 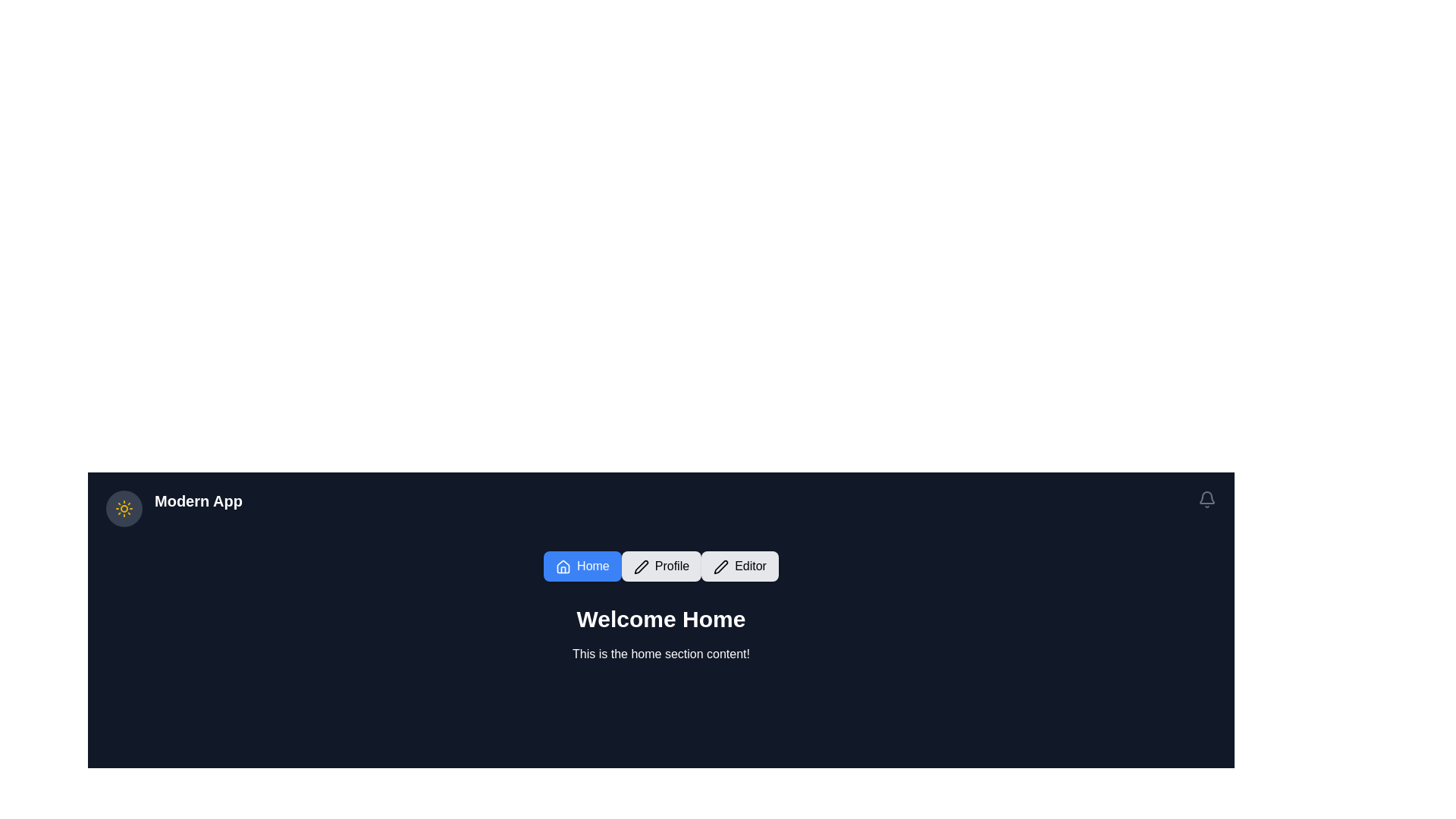 I want to click on the bold, large-sized header text that reads 'Welcome Home', which is prominently displayed in white on a dark background and centered in the middle-bottom portion of the visible area, so click(x=661, y=620).